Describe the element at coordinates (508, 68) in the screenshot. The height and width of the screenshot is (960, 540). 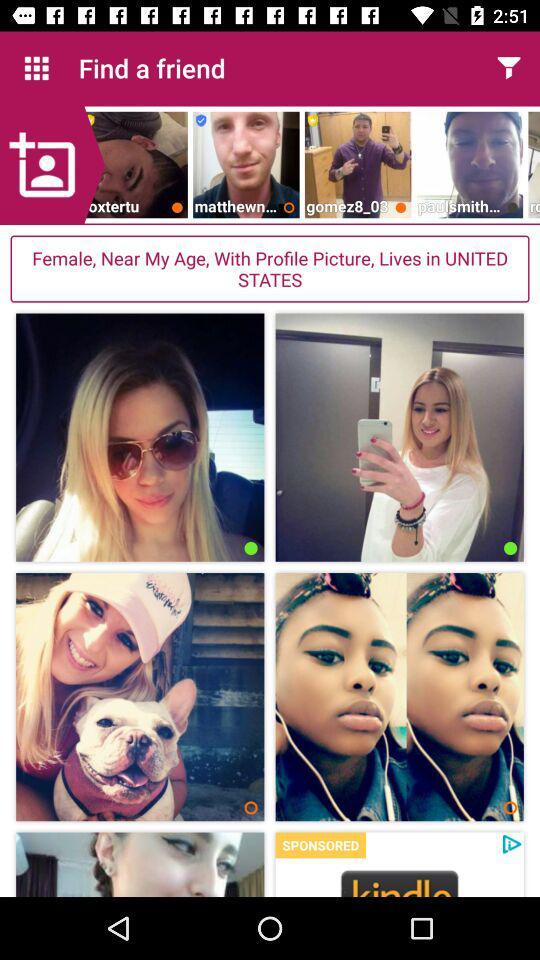
I see `fillter option` at that location.